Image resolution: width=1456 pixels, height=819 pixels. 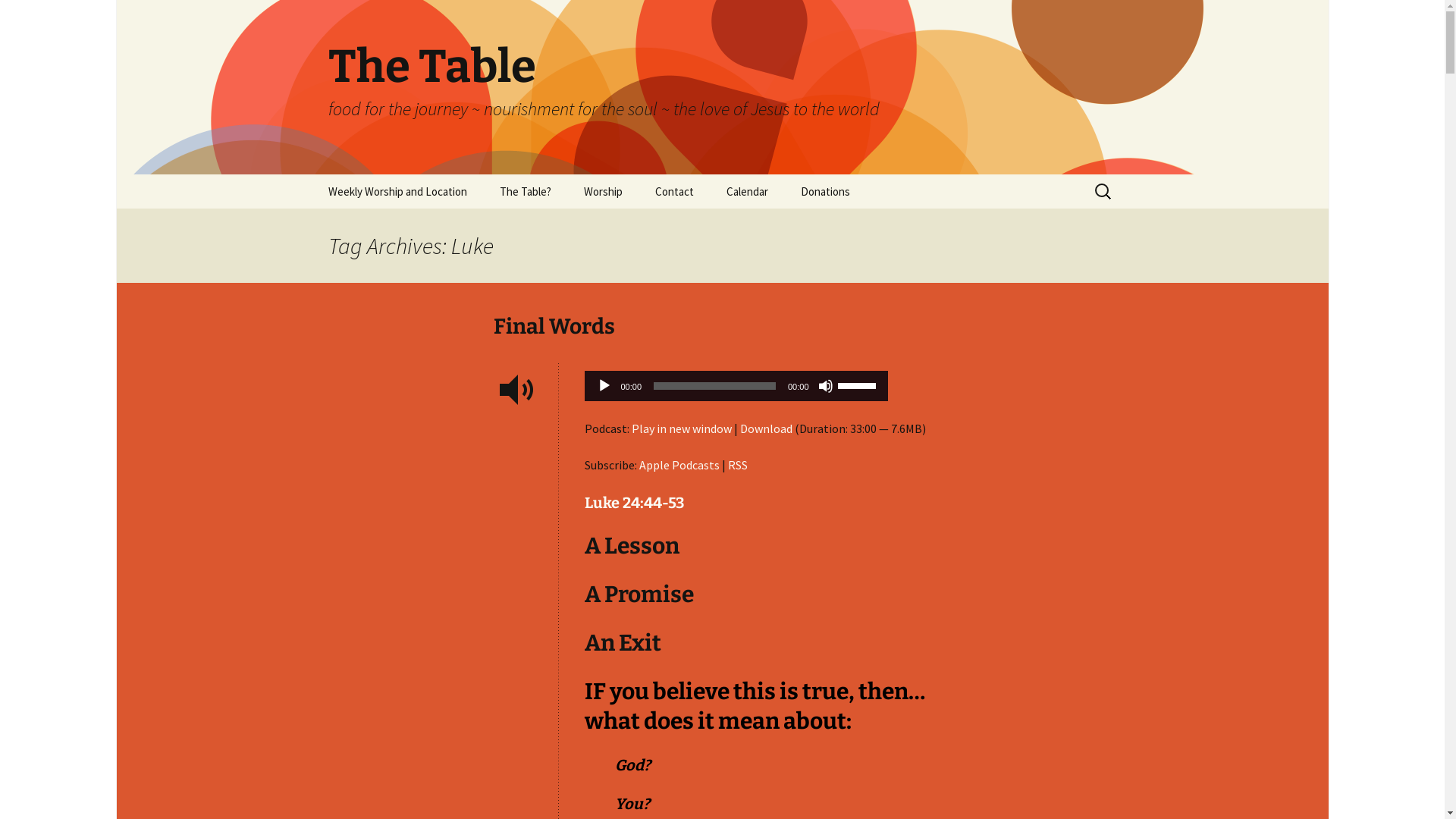 What do you see at coordinates (567, 190) in the screenshot?
I see `'Worship'` at bounding box center [567, 190].